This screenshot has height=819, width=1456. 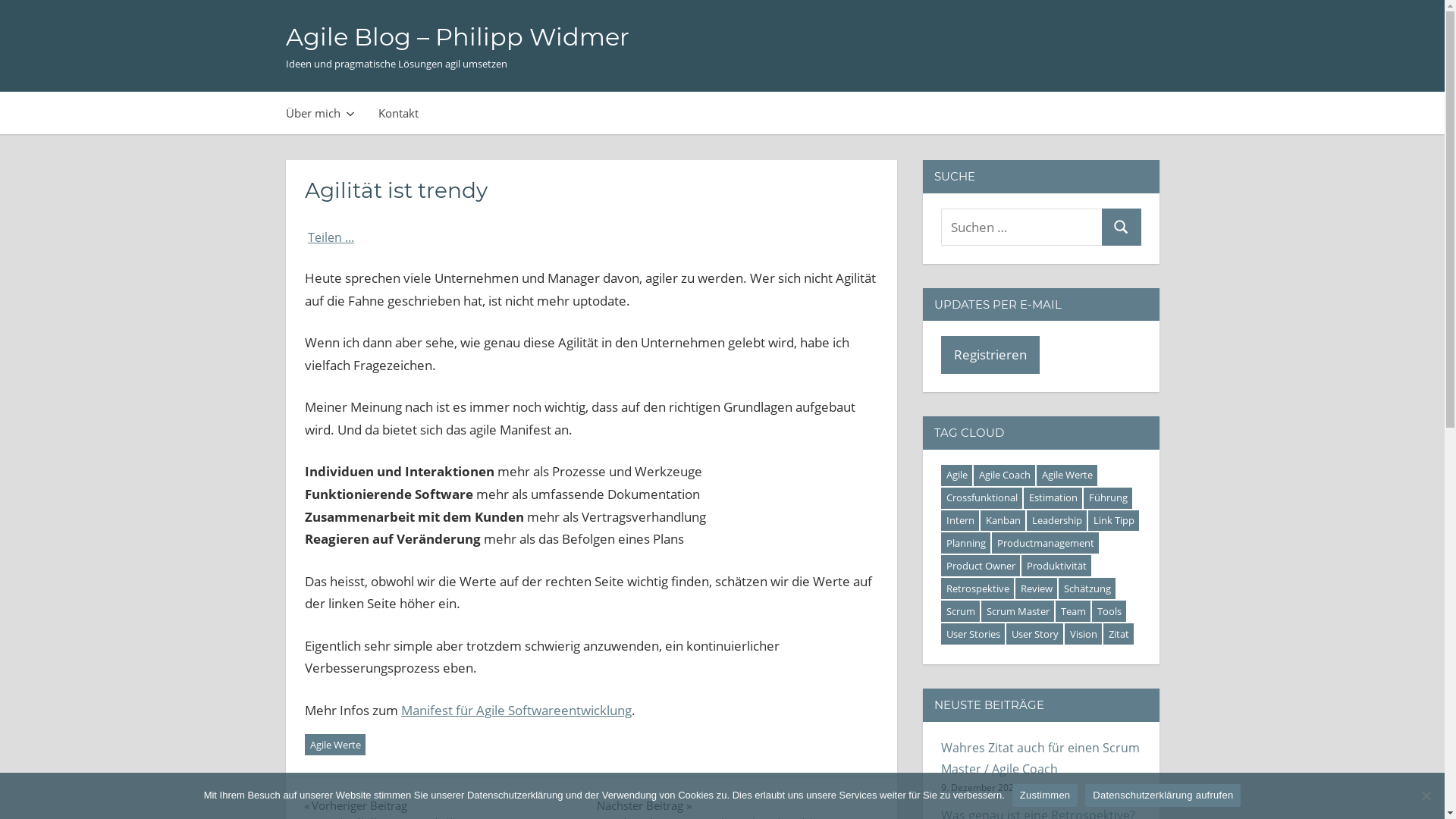 I want to click on 'Agile', so click(x=940, y=475).